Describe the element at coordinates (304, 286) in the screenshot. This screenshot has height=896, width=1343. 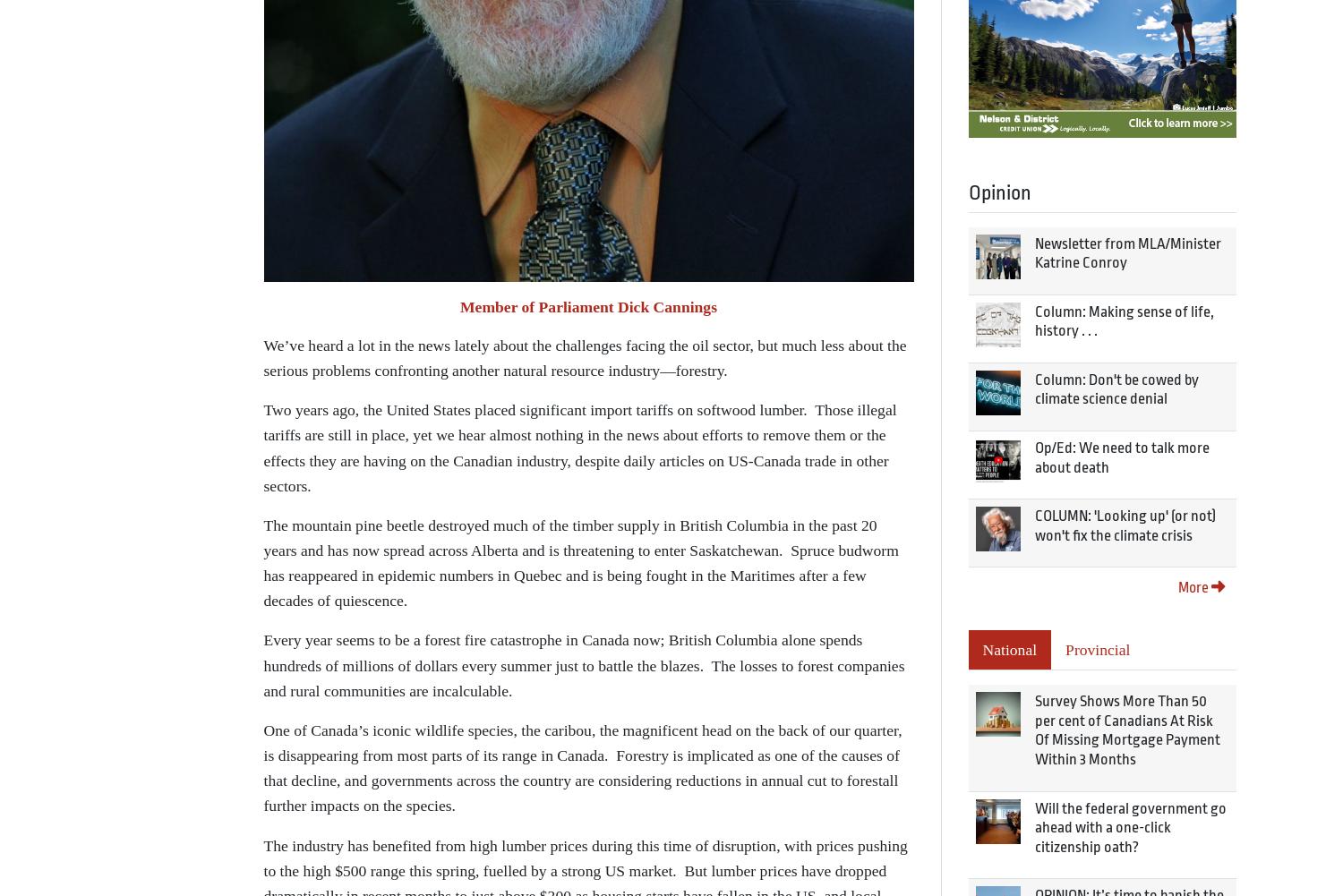
I see `'Galleries'` at that location.